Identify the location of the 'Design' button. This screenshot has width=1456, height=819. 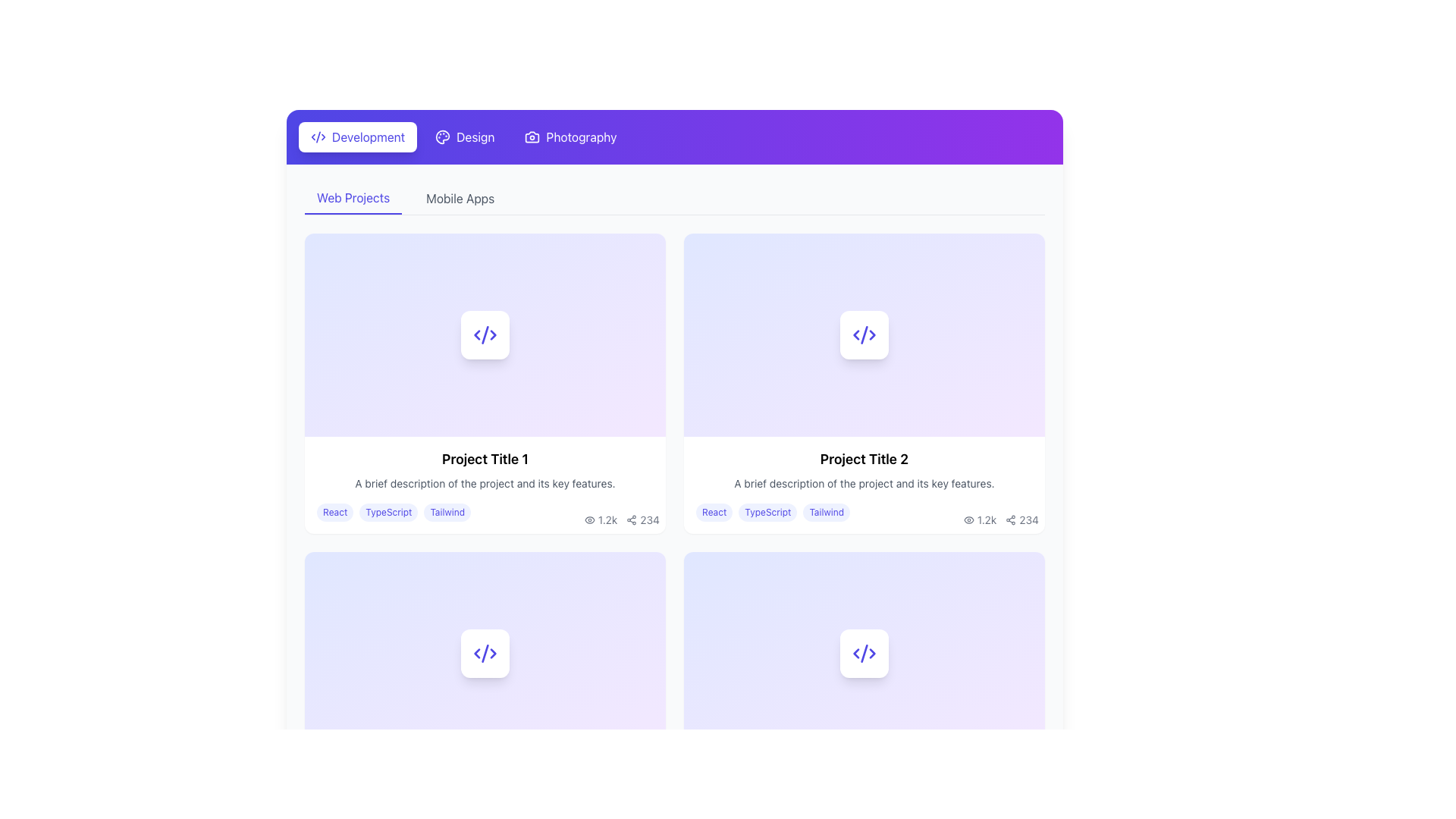
(464, 137).